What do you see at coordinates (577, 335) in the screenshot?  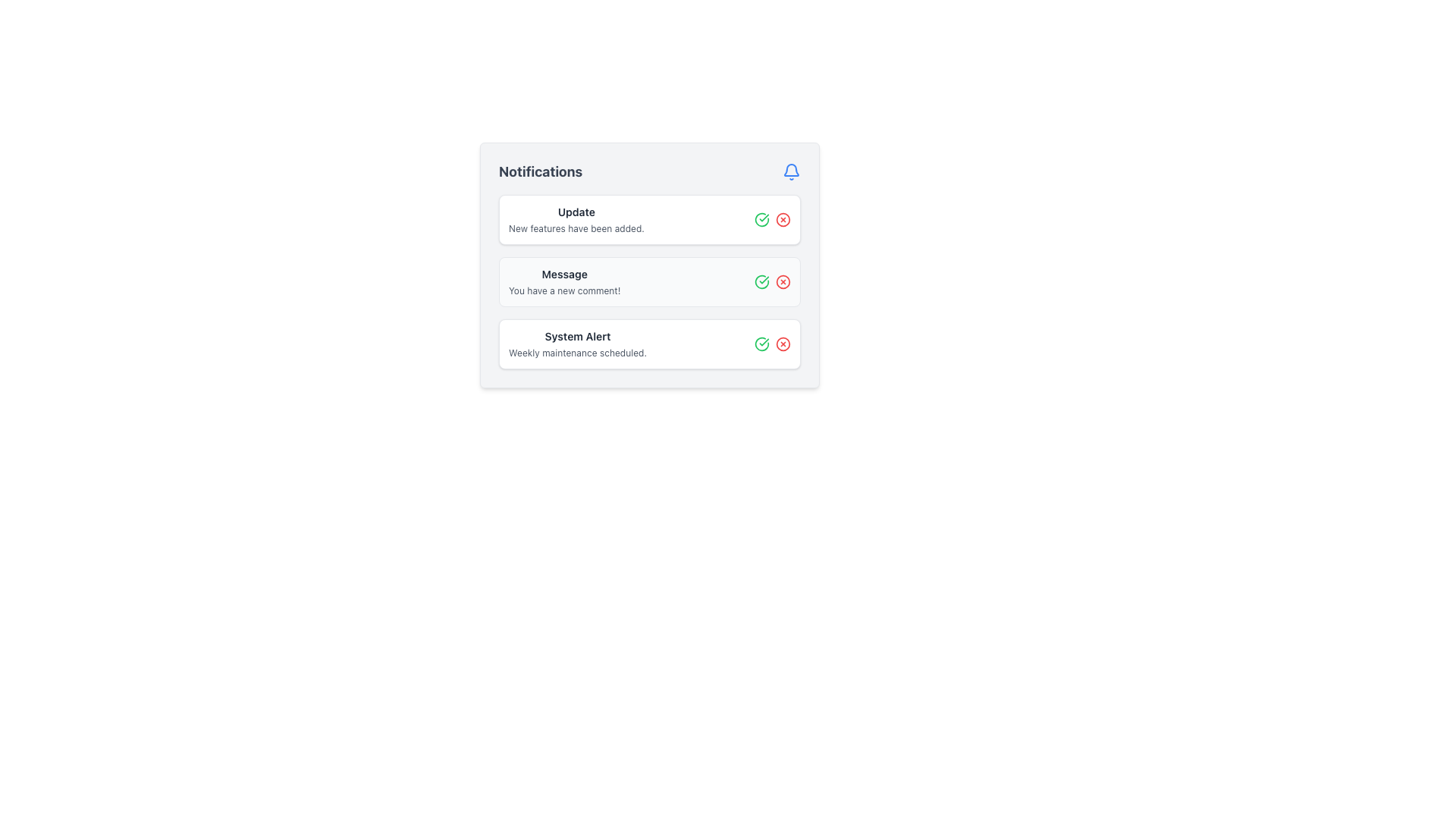 I see `the text element displaying 'System Alert', which is bold and dark gray in color, located in the notifications panel below 'Update' and 'Message'` at bounding box center [577, 335].